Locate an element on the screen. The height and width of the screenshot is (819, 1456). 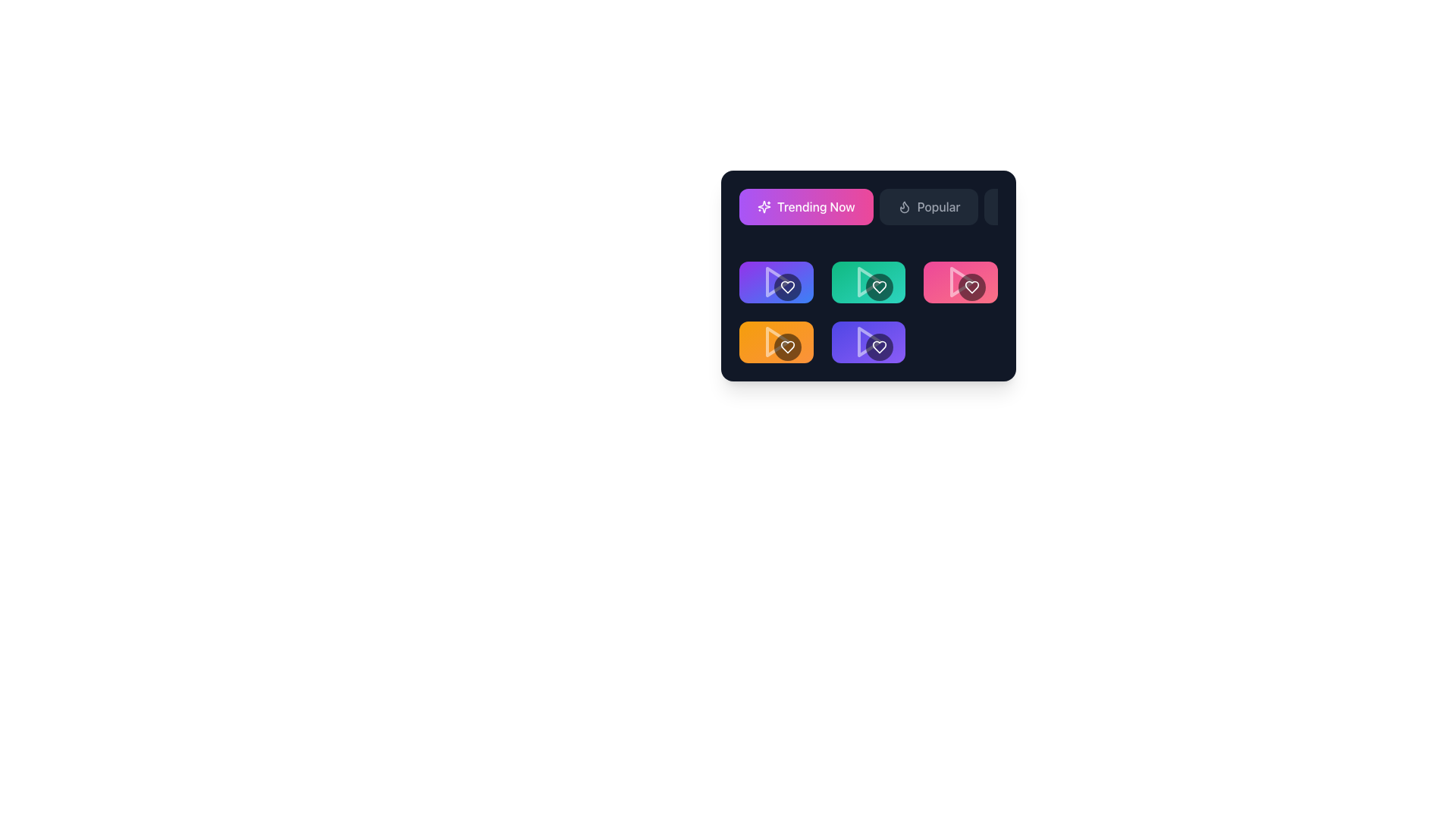
the heart icon on the green rectangular grid item in the second row, middle column to like or favorite is located at coordinates (868, 275).